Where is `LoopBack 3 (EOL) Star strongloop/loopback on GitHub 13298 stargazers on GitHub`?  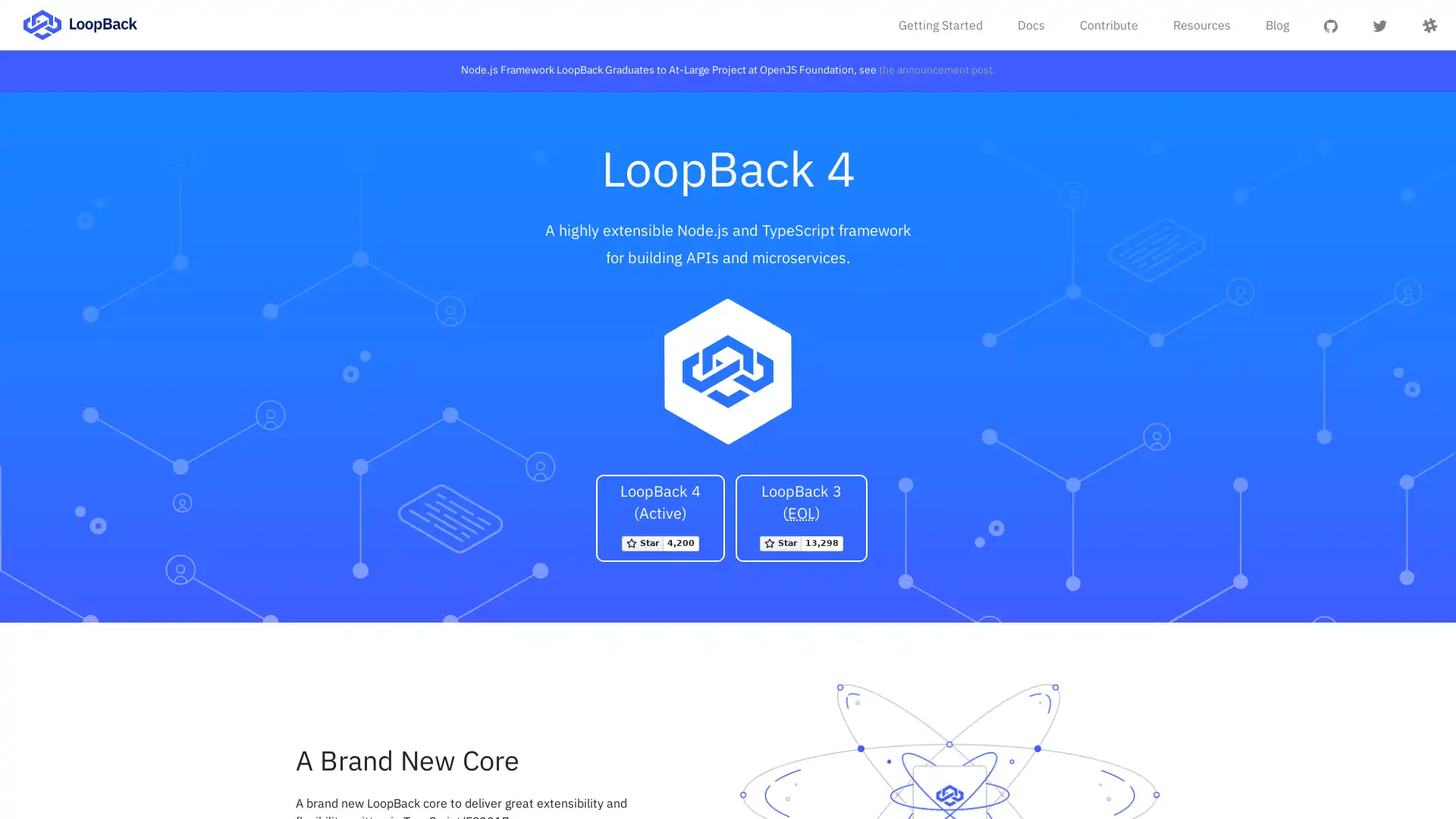
LoopBack 3 (EOL) Star strongloop/loopback on GitHub 13298 stargazers on GitHub is located at coordinates (800, 516).